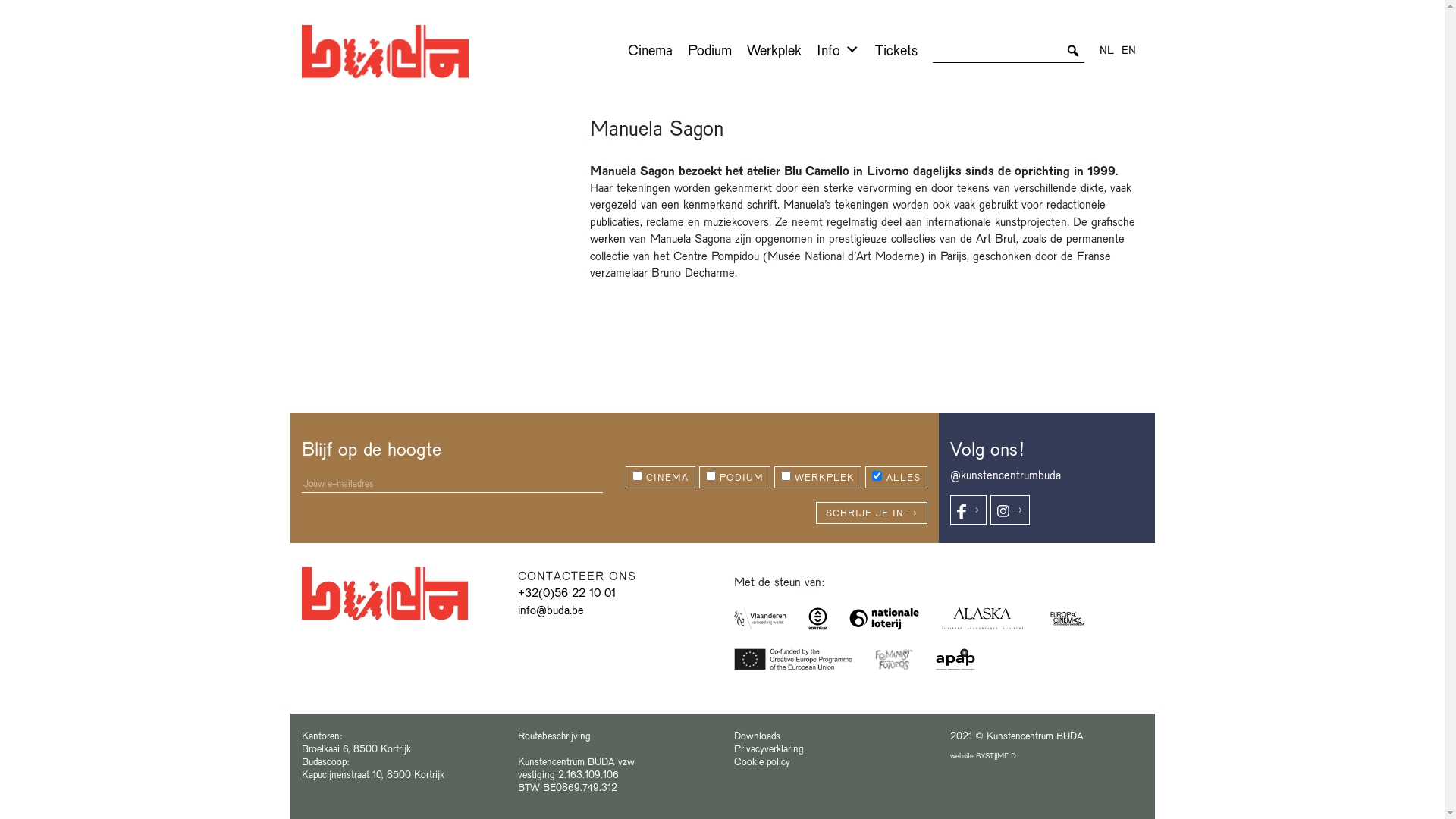 The width and height of the screenshot is (1456, 819). Describe the element at coordinates (757, 734) in the screenshot. I see `'Downloads'` at that location.